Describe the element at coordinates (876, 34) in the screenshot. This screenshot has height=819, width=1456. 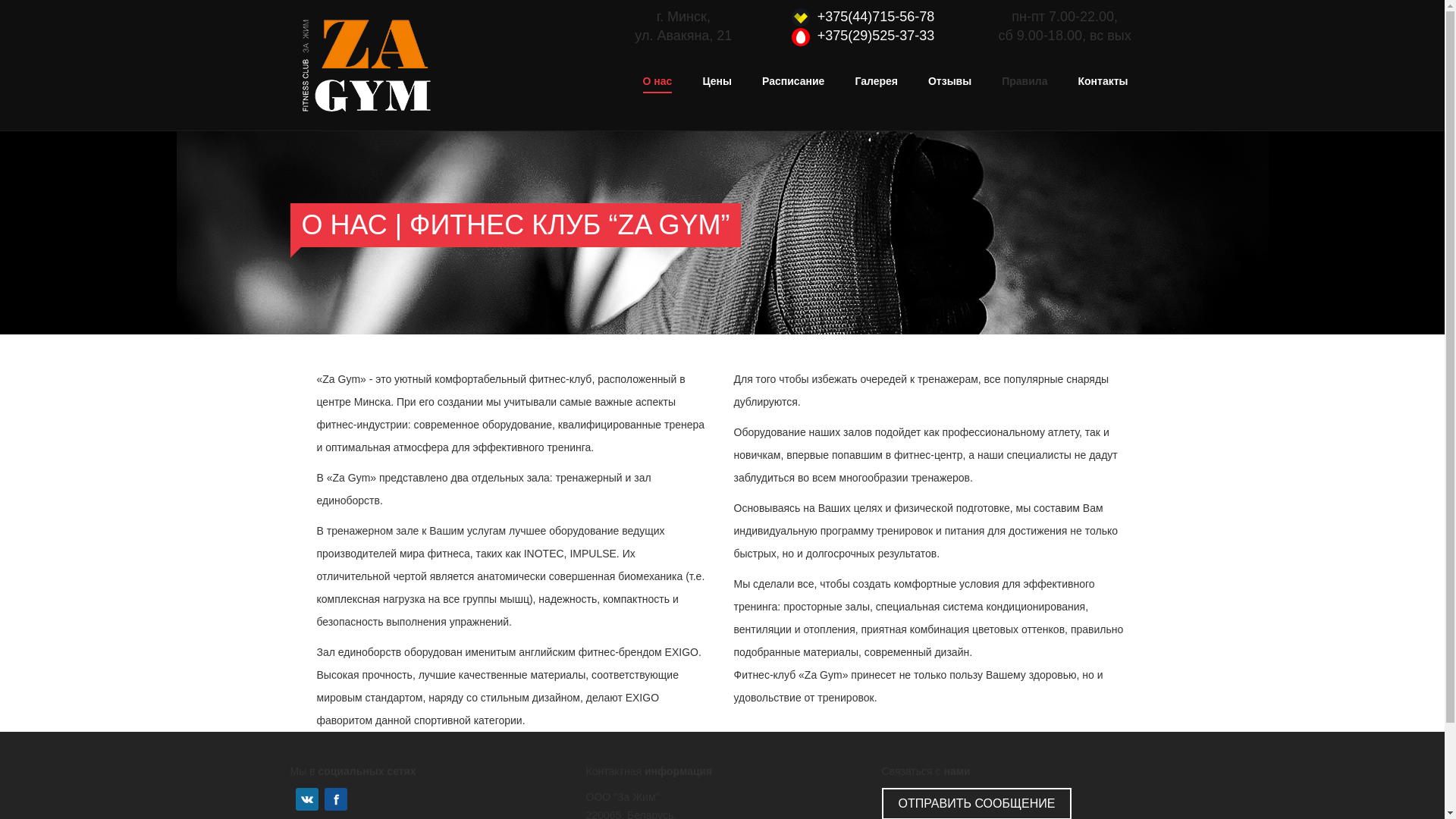
I see `'+375(29)525-37-33'` at that location.